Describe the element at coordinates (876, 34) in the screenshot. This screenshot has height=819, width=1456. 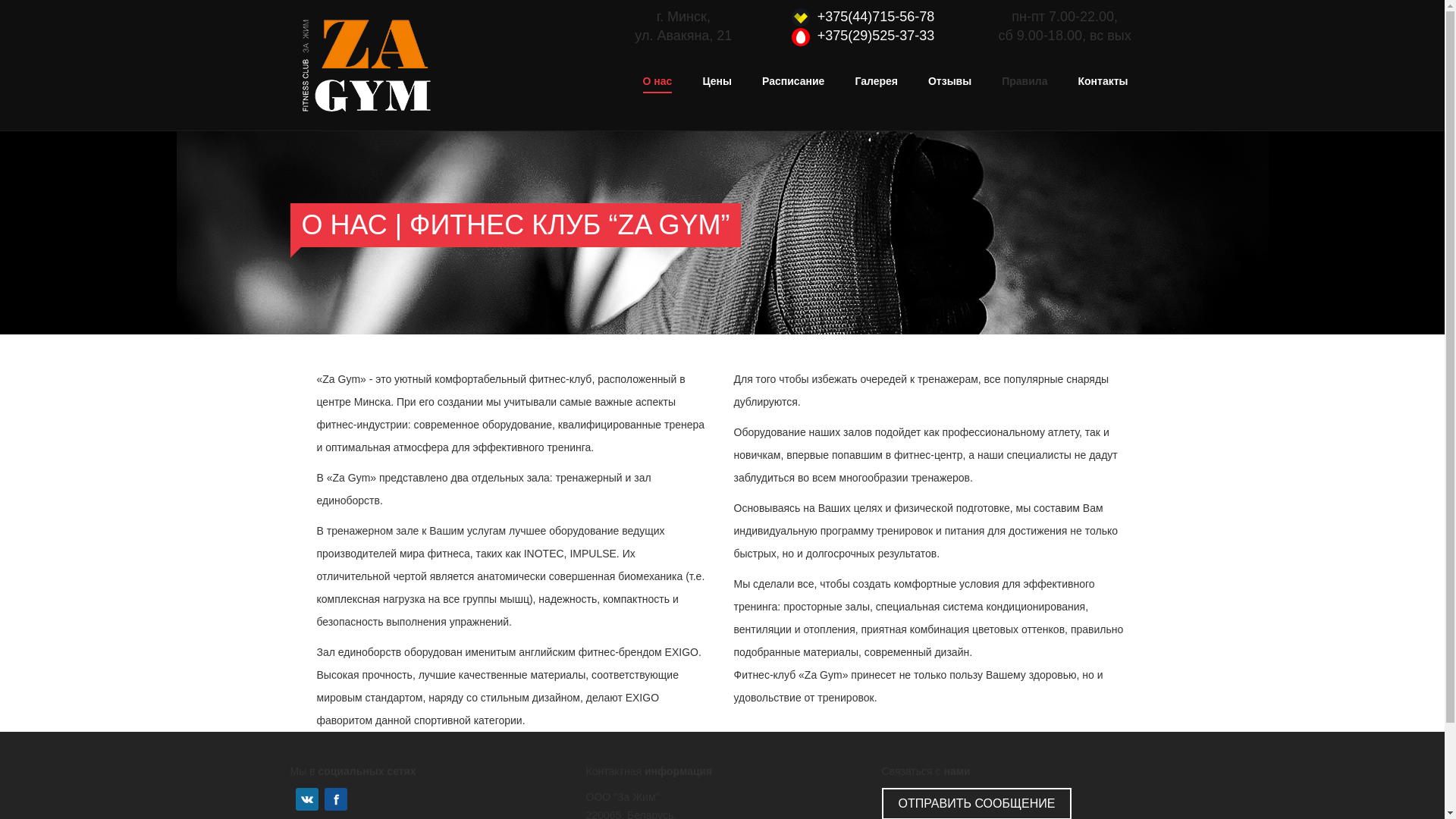
I see `'+375(29)525-37-33'` at that location.